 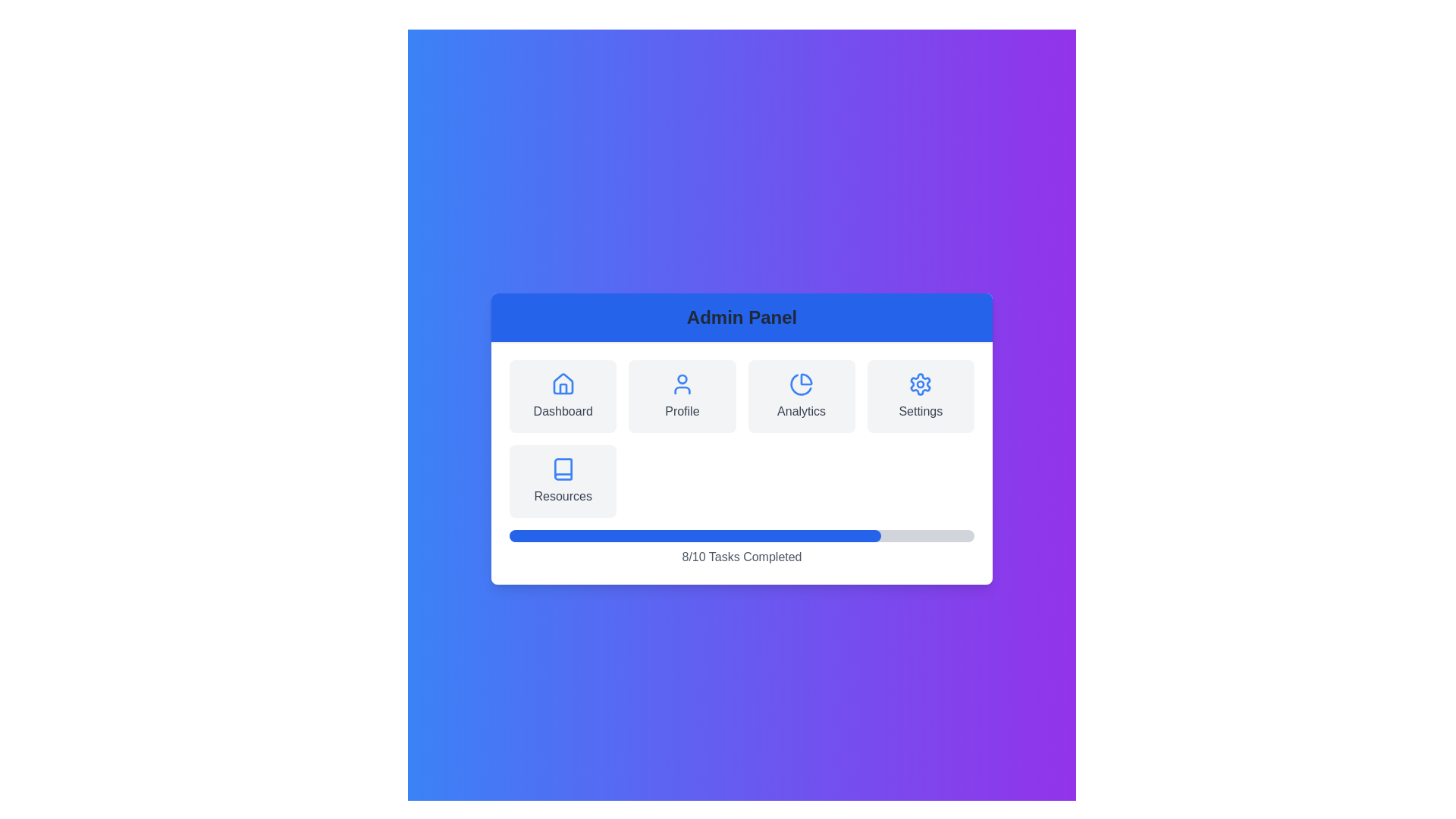 I want to click on the menu option Resources to observe its hover effect, so click(x=562, y=482).